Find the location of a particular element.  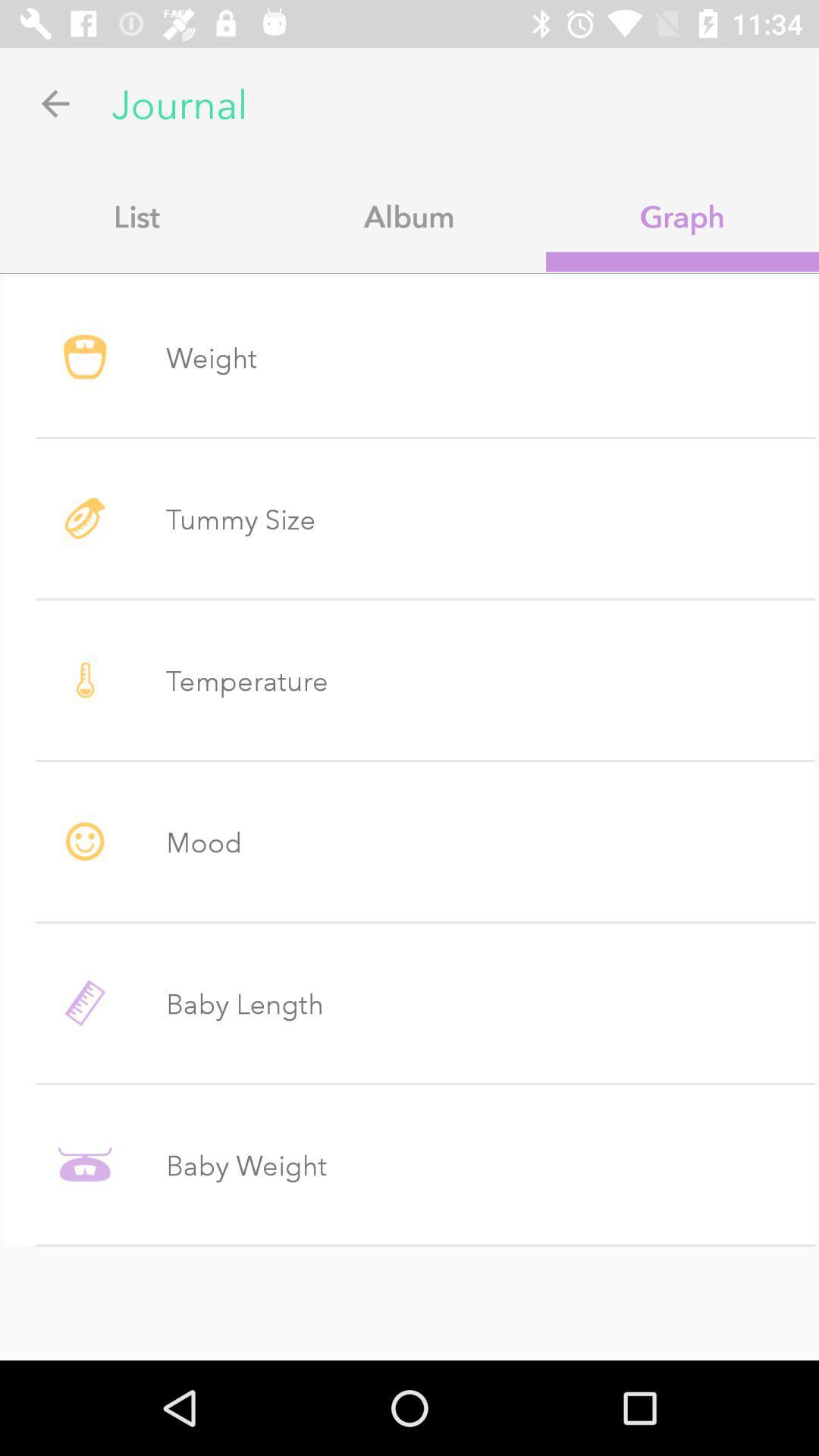

the app to the left of the graph icon is located at coordinates (409, 215).